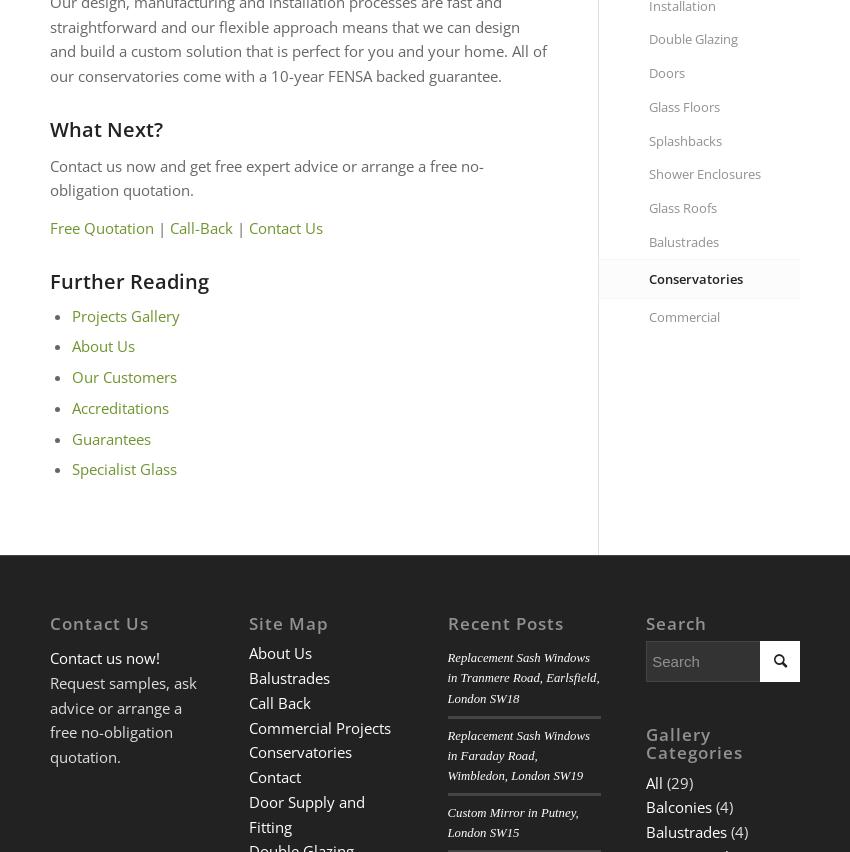  I want to click on 'Replacement Sash Windows in Tranmere Road, Earlsfield, London SW18', so click(446, 678).